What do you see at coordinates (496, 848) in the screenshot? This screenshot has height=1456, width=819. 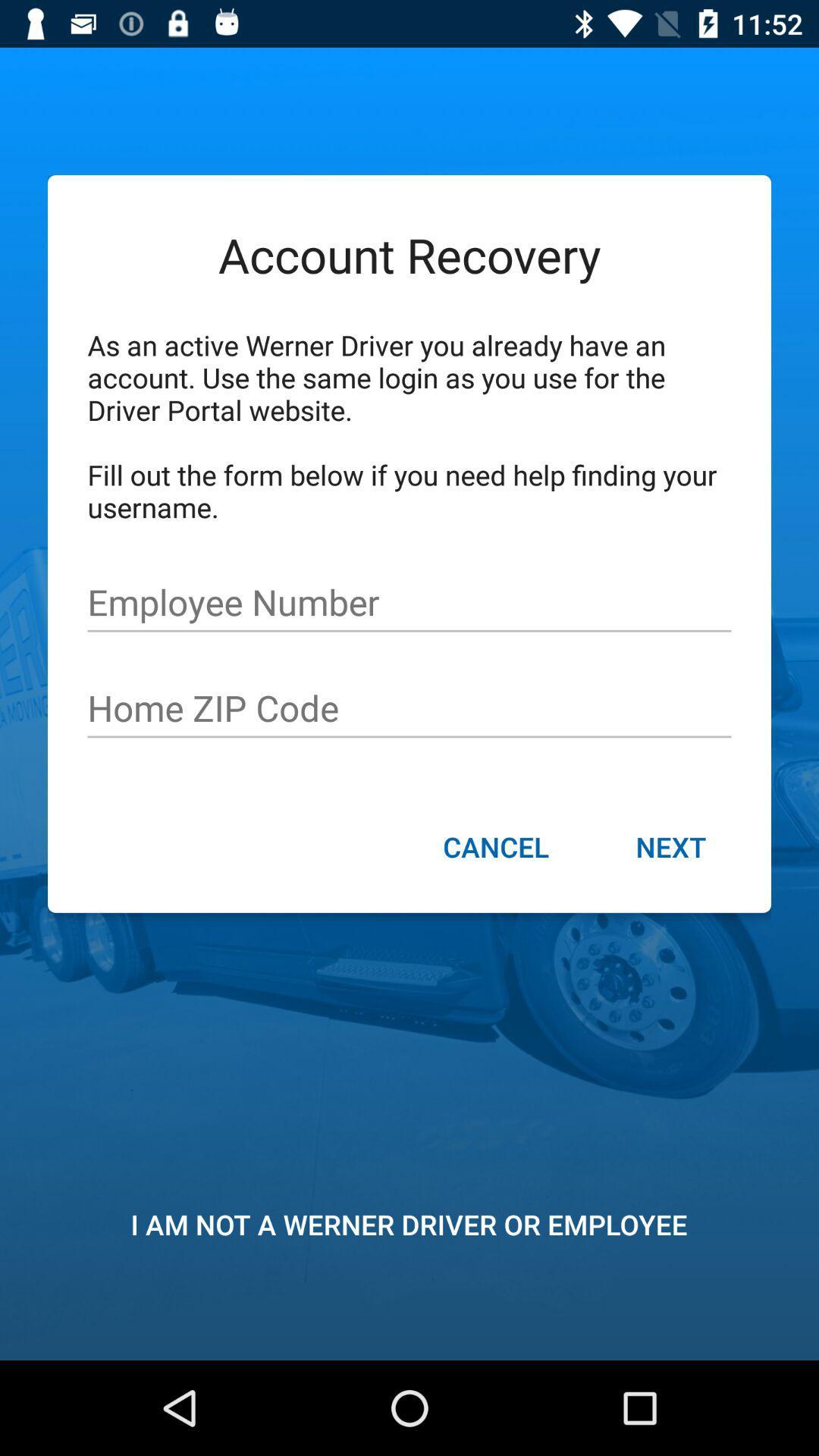 I see `the icon to the left of next item` at bounding box center [496, 848].